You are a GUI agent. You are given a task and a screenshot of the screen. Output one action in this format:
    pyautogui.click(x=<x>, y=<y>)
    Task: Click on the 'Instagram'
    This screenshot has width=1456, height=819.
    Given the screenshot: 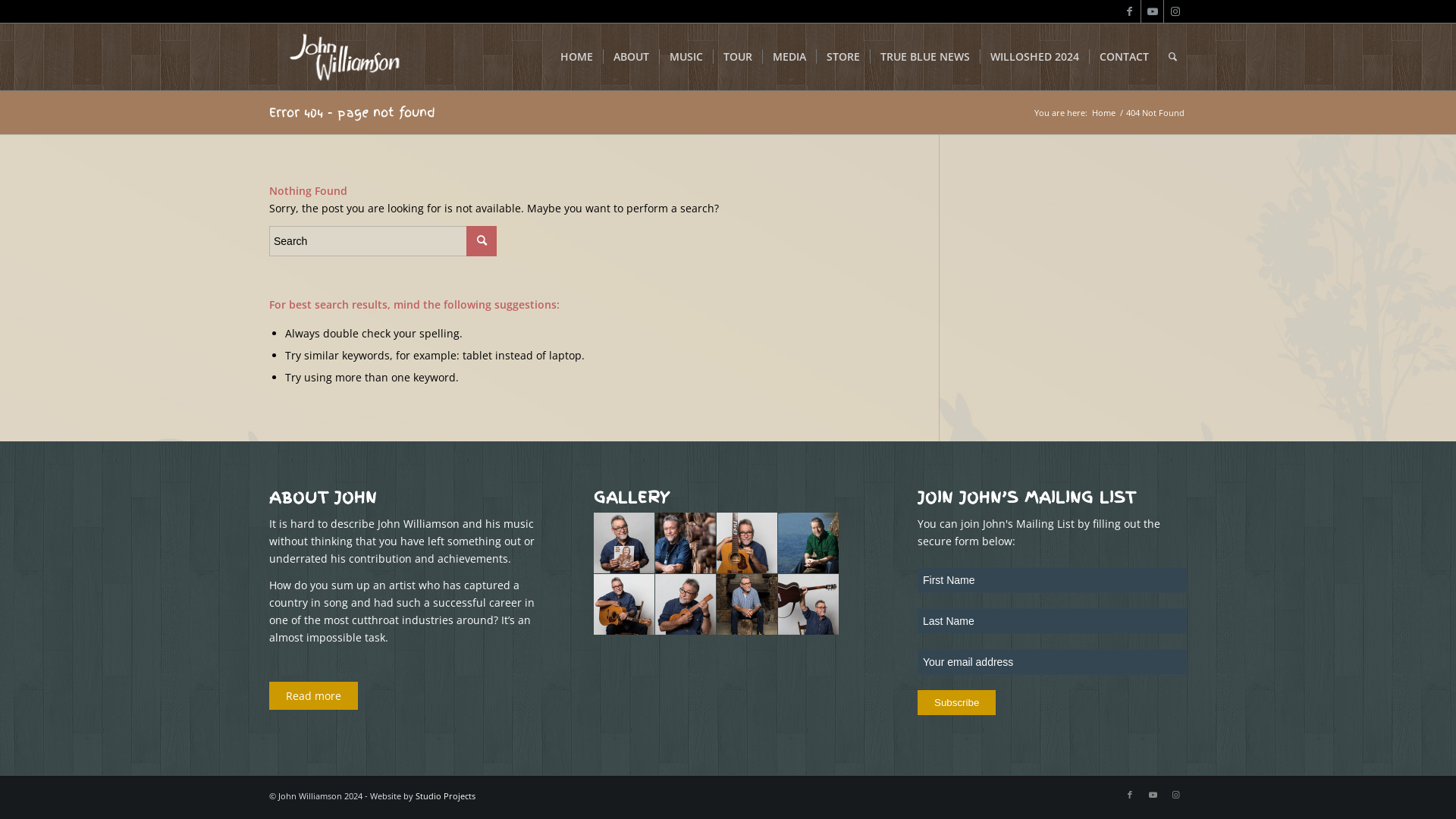 What is the action you would take?
    pyautogui.click(x=1163, y=794)
    